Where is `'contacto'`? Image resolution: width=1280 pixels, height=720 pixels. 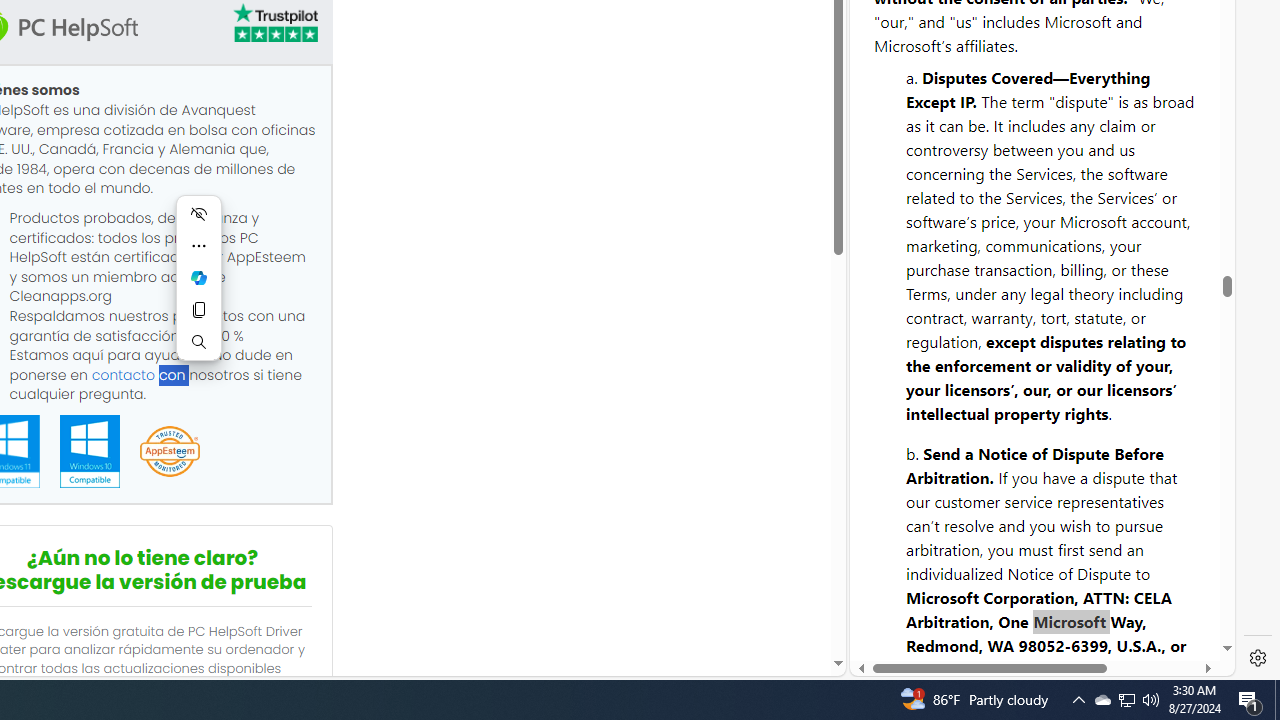
'contacto' is located at coordinates (122, 374).